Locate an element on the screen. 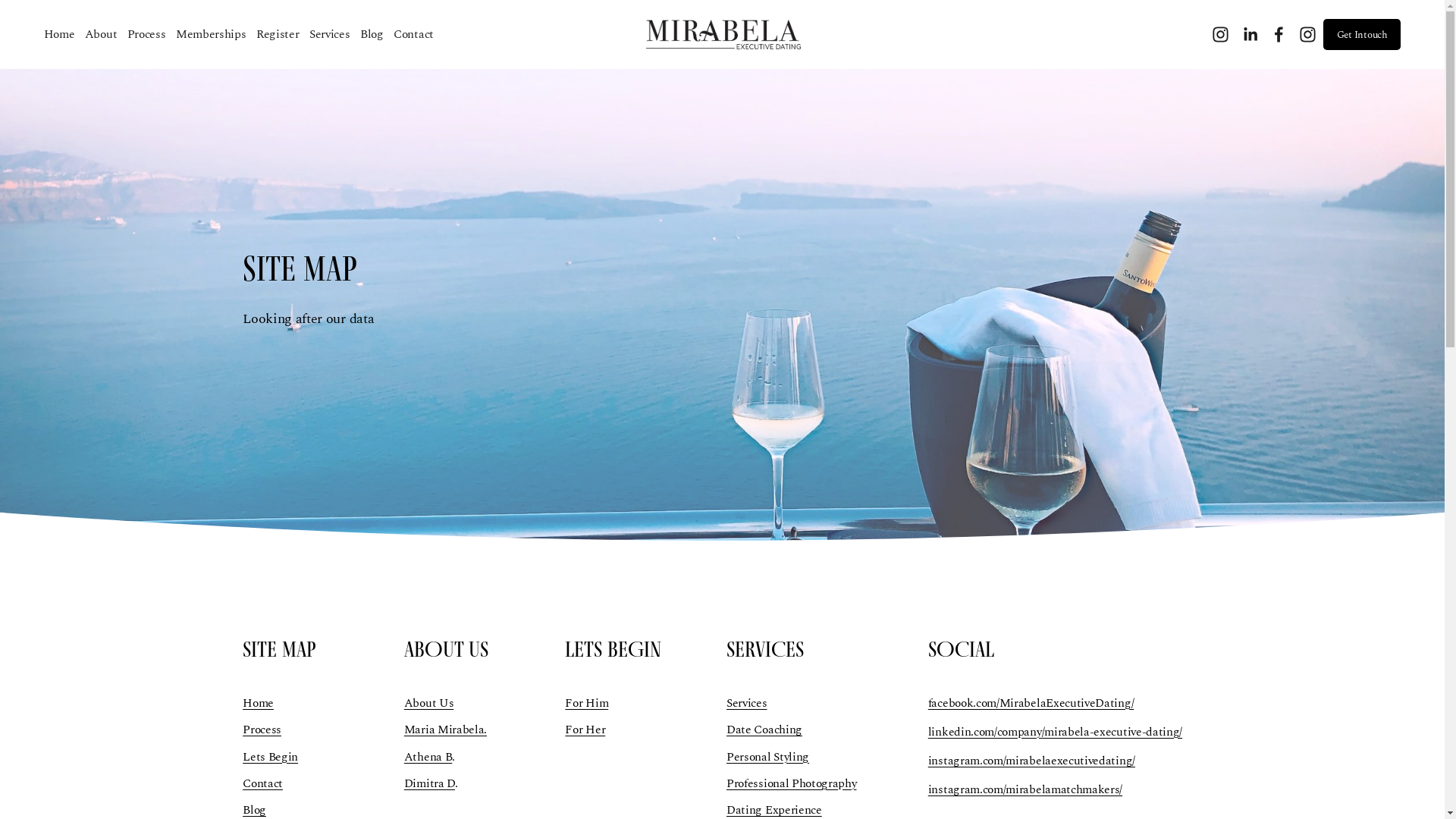  'Register' is located at coordinates (278, 34).